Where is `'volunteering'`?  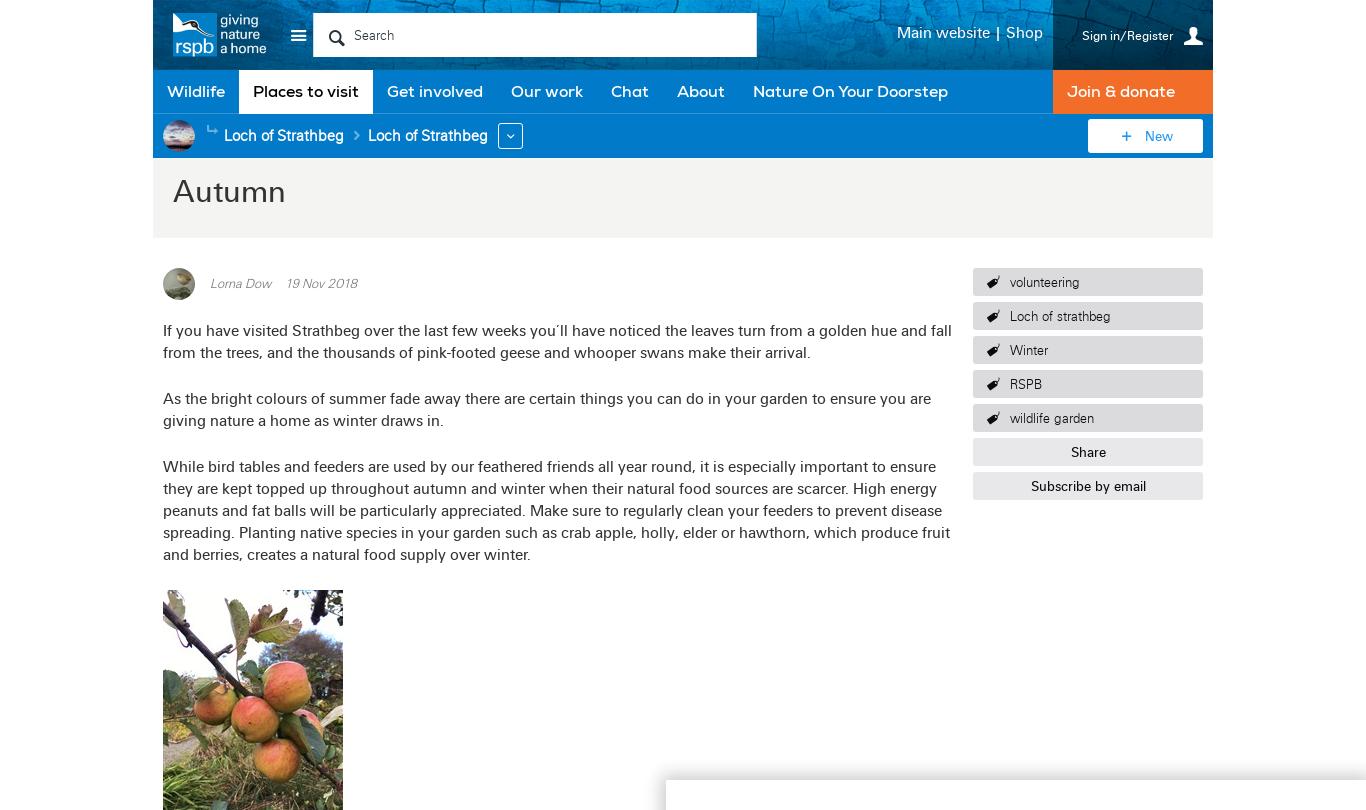
'volunteering' is located at coordinates (1043, 280).